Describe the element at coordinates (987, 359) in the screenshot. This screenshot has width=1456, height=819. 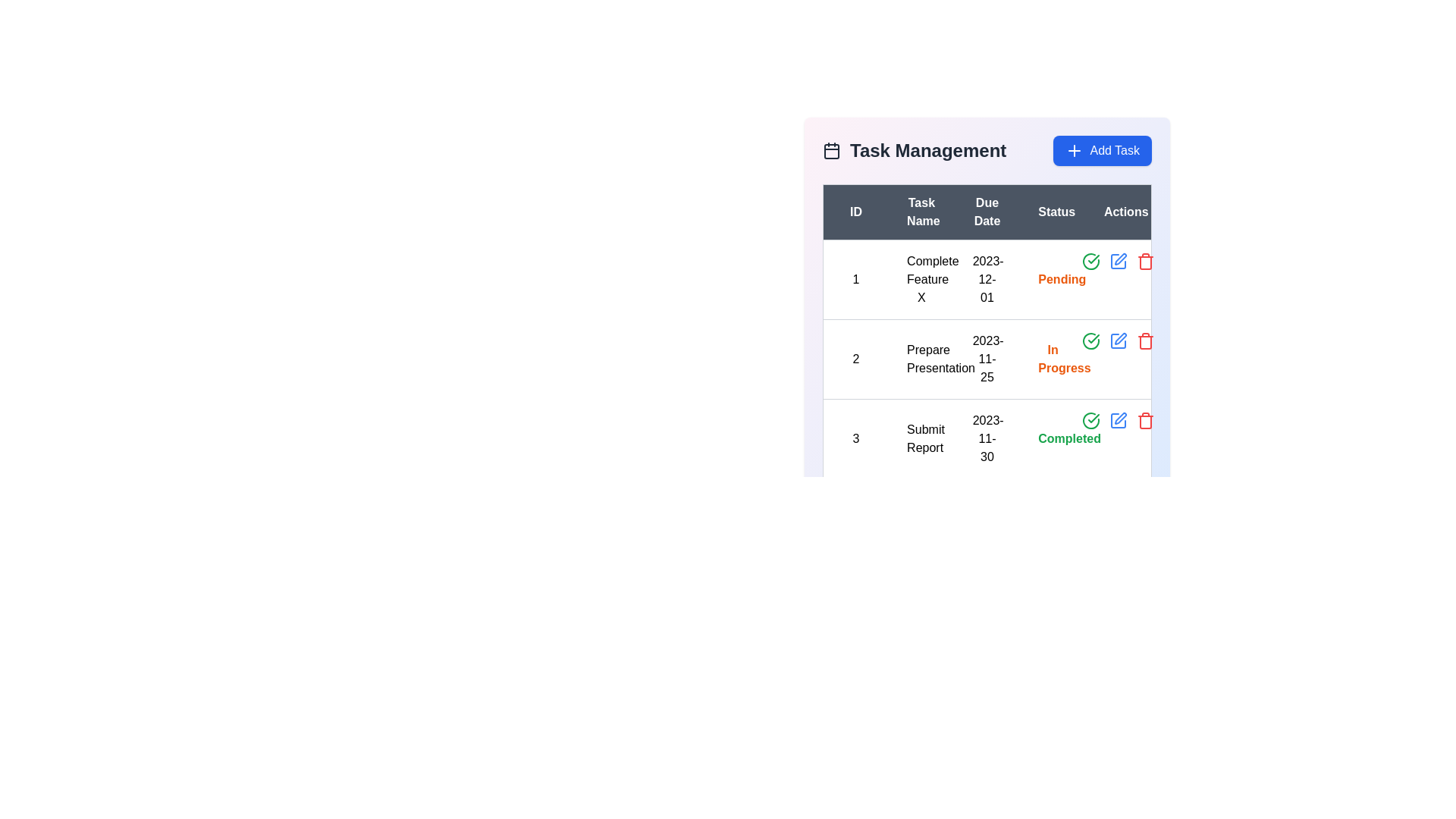
I see `the date text label displaying '2023-11-25' in the third column of the second row under the 'Due Date' header` at that location.